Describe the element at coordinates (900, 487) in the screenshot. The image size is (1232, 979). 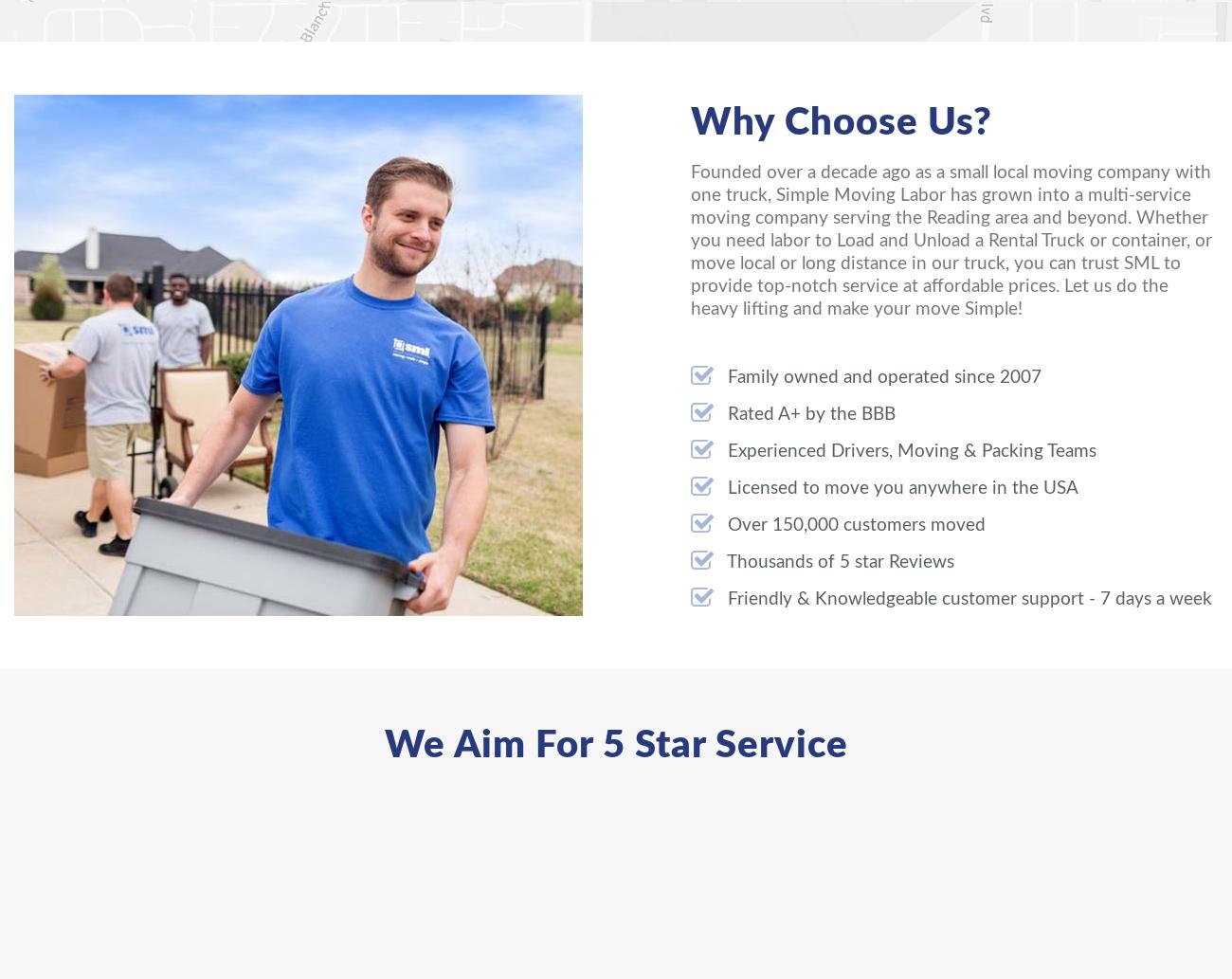
I see `'Licensed to move you anywhere in the USA'` at that location.